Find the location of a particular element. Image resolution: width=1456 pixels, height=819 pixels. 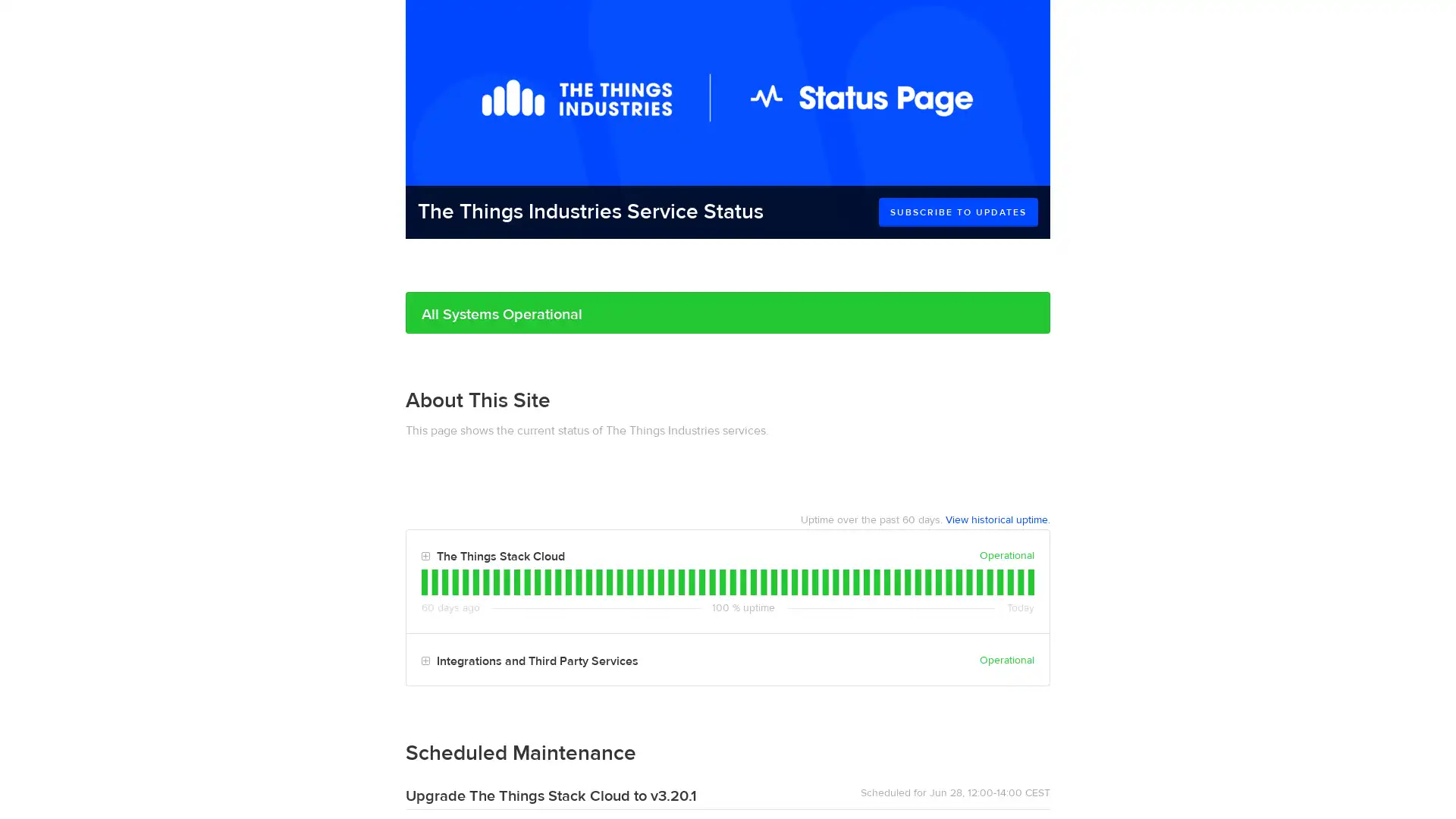

Toggle The Things Stack Cloud is located at coordinates (425, 557).